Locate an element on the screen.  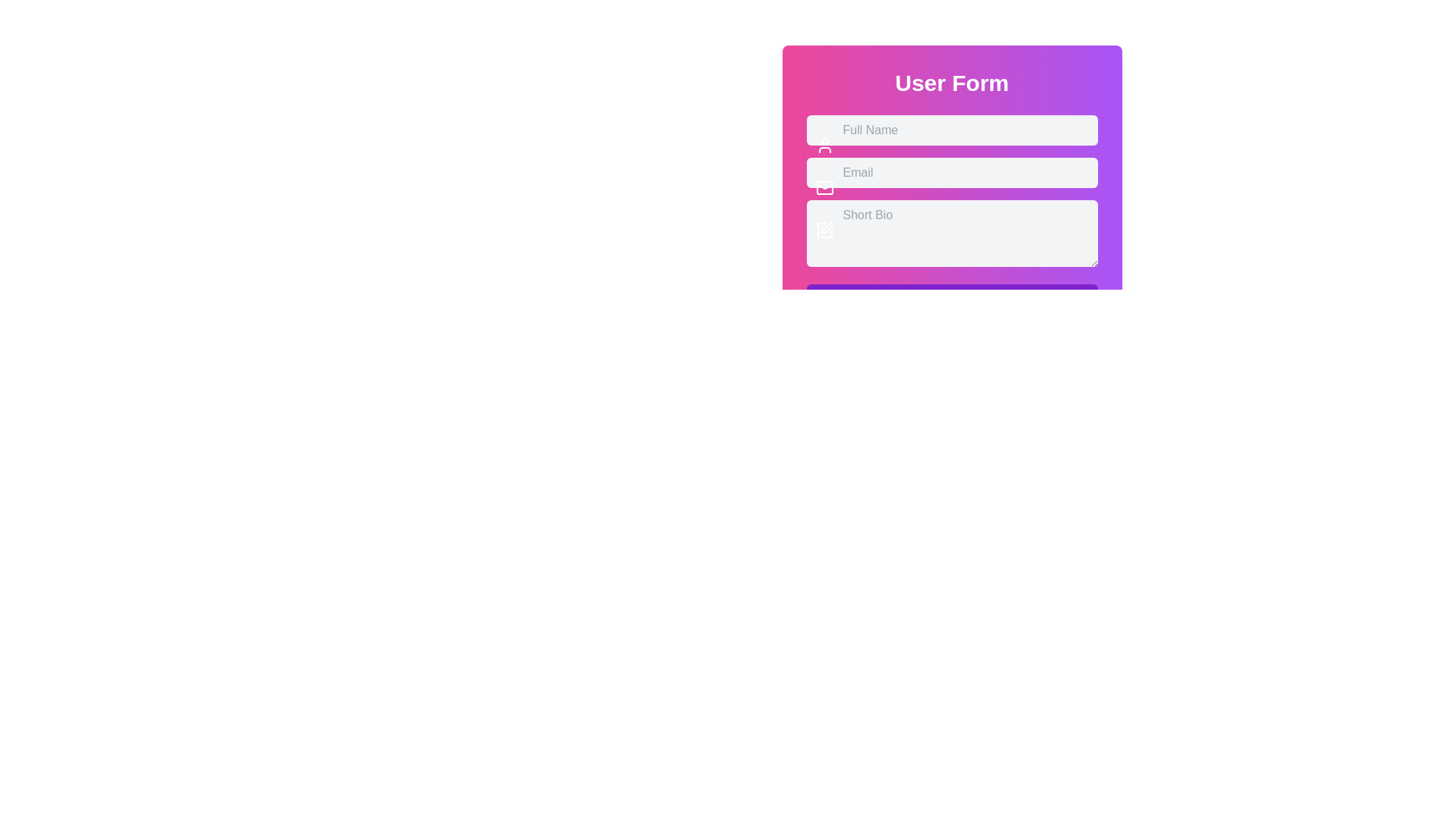
the white user avatar icon located adjacent to the left side of the 'Full Name' input field, which is a circle above a rounded shape representing shoulders is located at coordinates (824, 146).